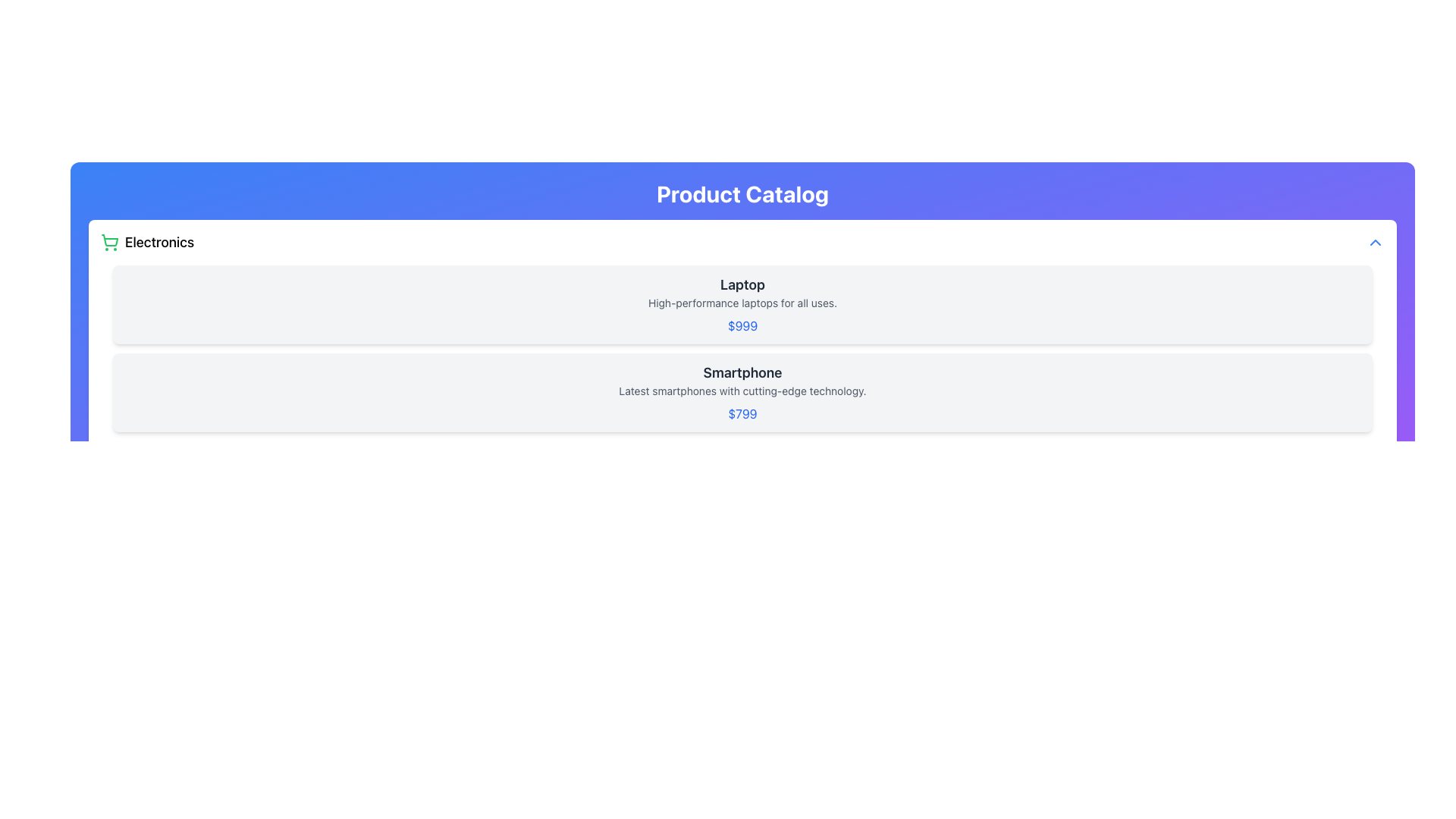 The height and width of the screenshot is (819, 1456). What do you see at coordinates (742, 193) in the screenshot?
I see `the large, bold text label reading 'Product Catalog' at the top of the section` at bounding box center [742, 193].